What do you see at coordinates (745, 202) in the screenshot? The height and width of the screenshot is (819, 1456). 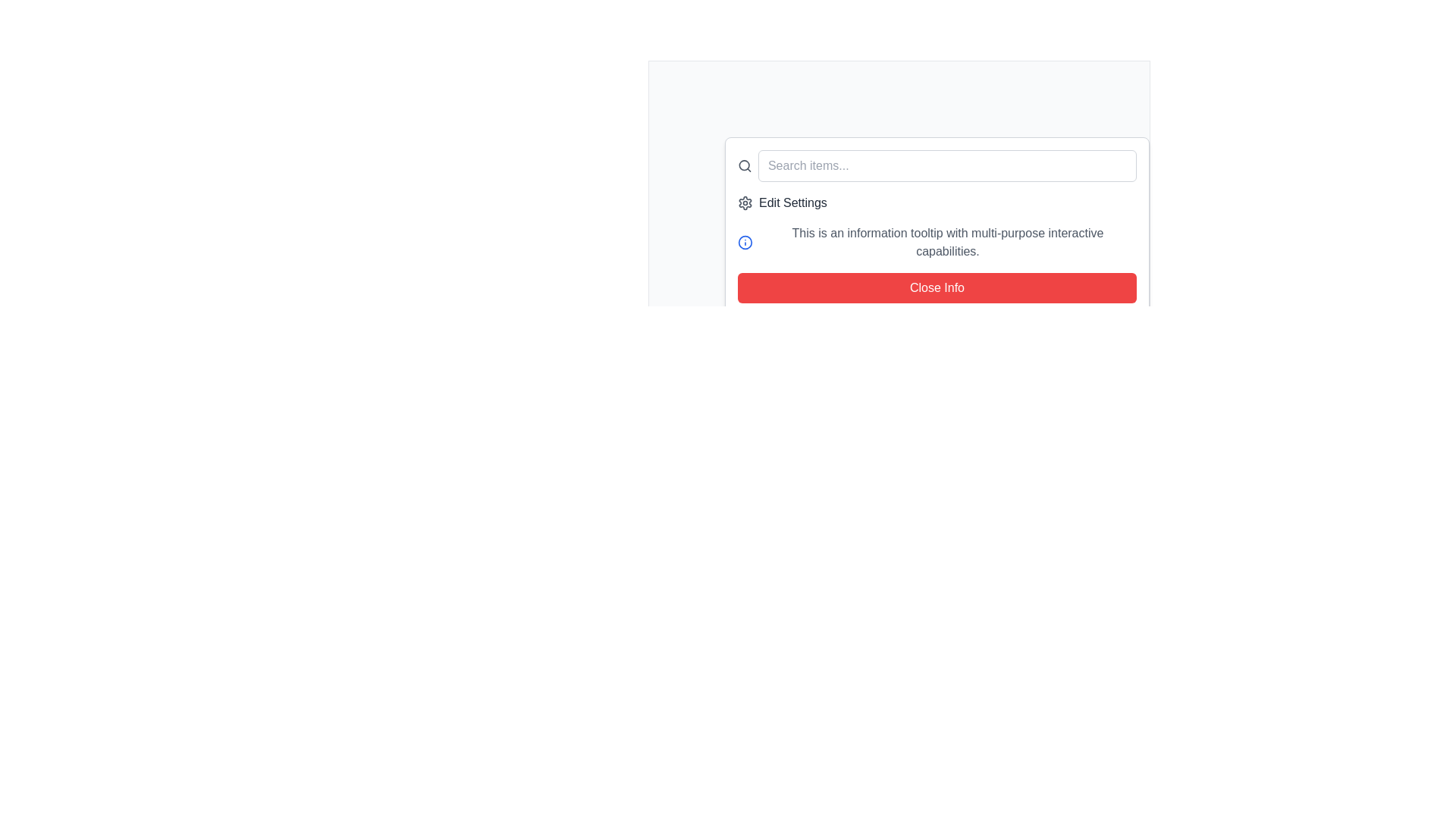 I see `the settings icon located to the left of the 'Edit Settings' text` at bounding box center [745, 202].